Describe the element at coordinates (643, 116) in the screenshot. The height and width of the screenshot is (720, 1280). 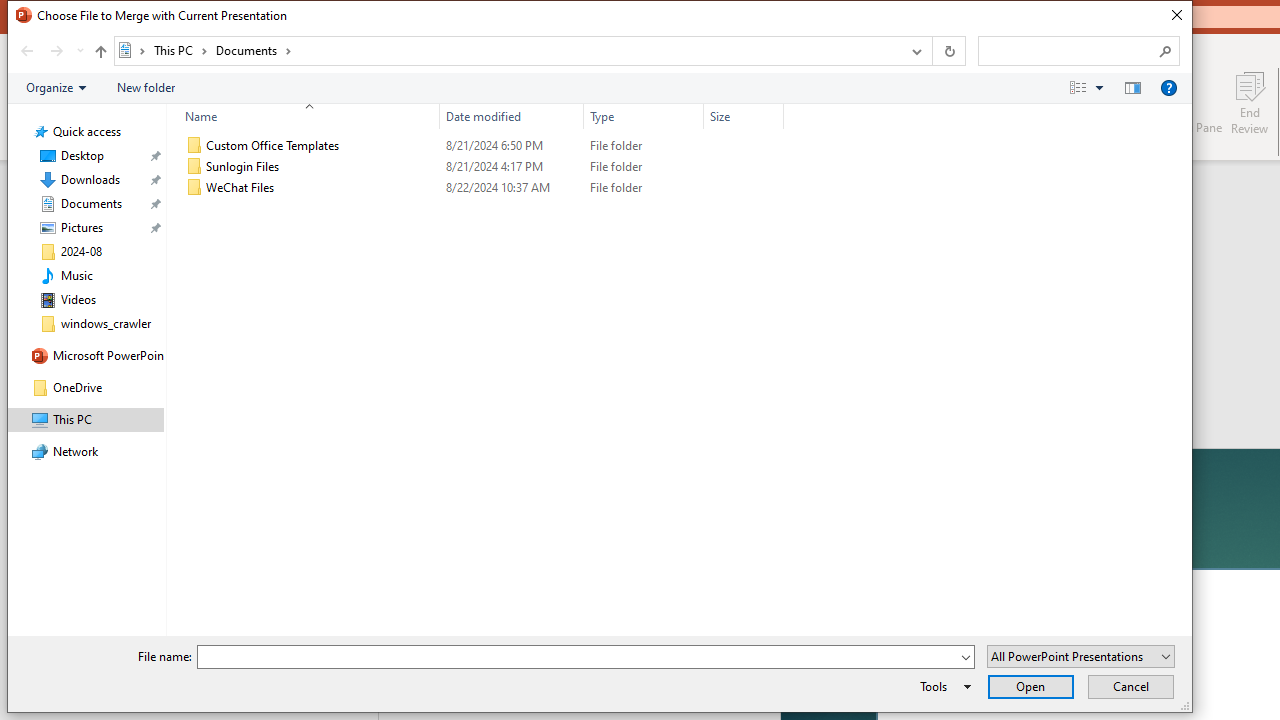
I see `'Type'` at that location.